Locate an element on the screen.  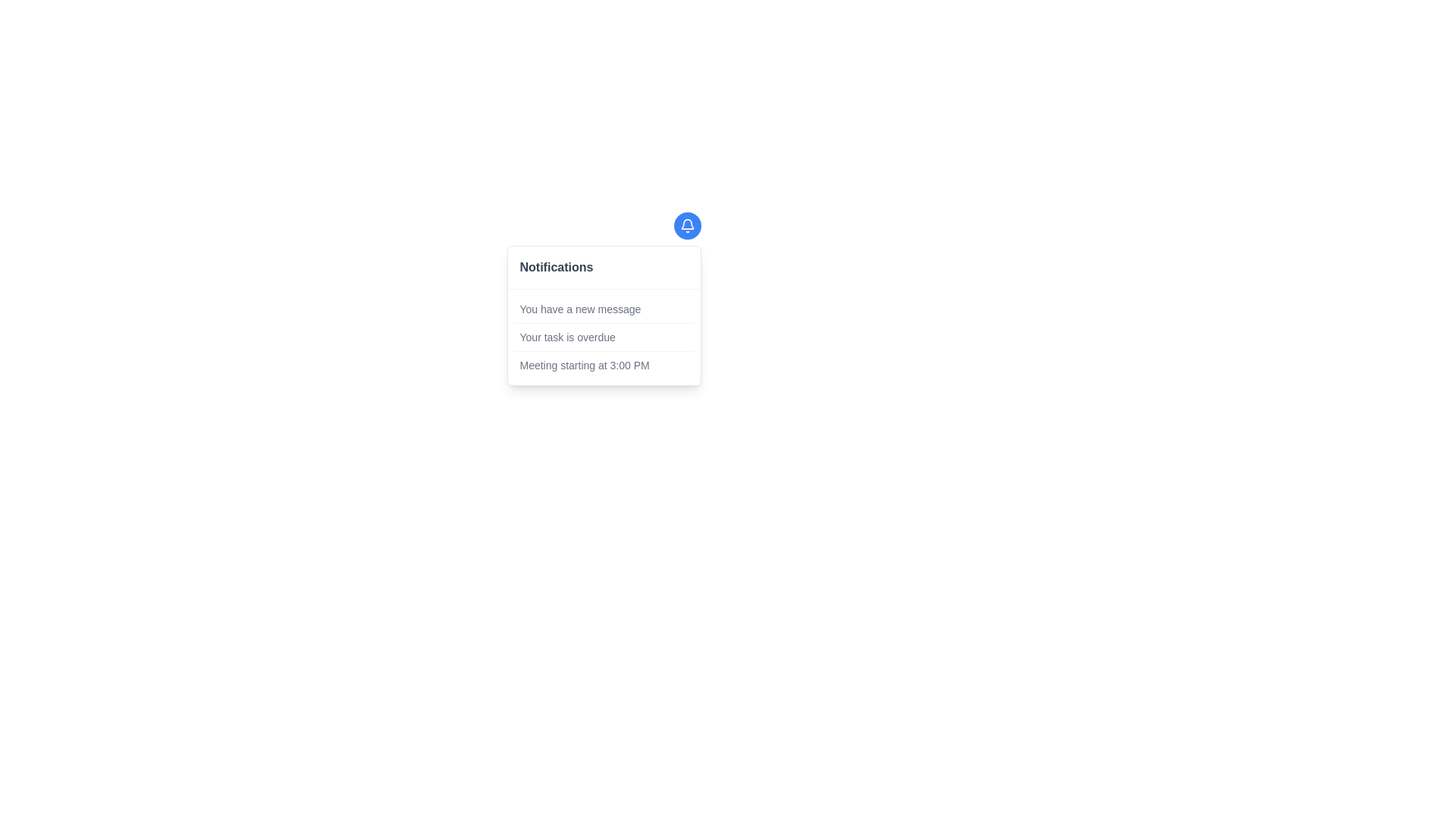
text label that informs the user about an overdue task, located in the notification popup window below 'You have a new message' and above 'Meeting starting at 3:00 PM' is located at coordinates (566, 336).